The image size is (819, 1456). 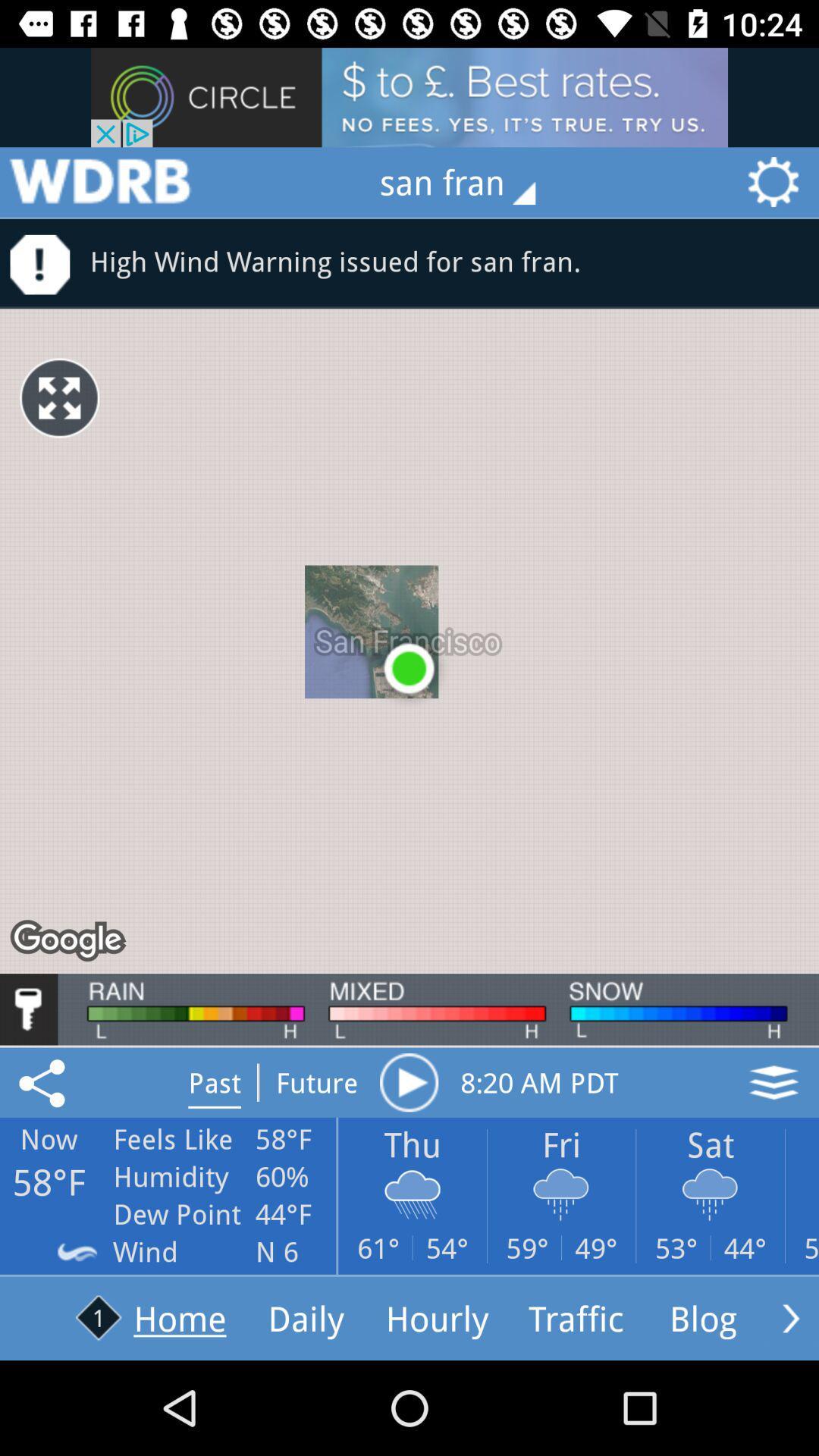 I want to click on save, so click(x=44, y=1081).